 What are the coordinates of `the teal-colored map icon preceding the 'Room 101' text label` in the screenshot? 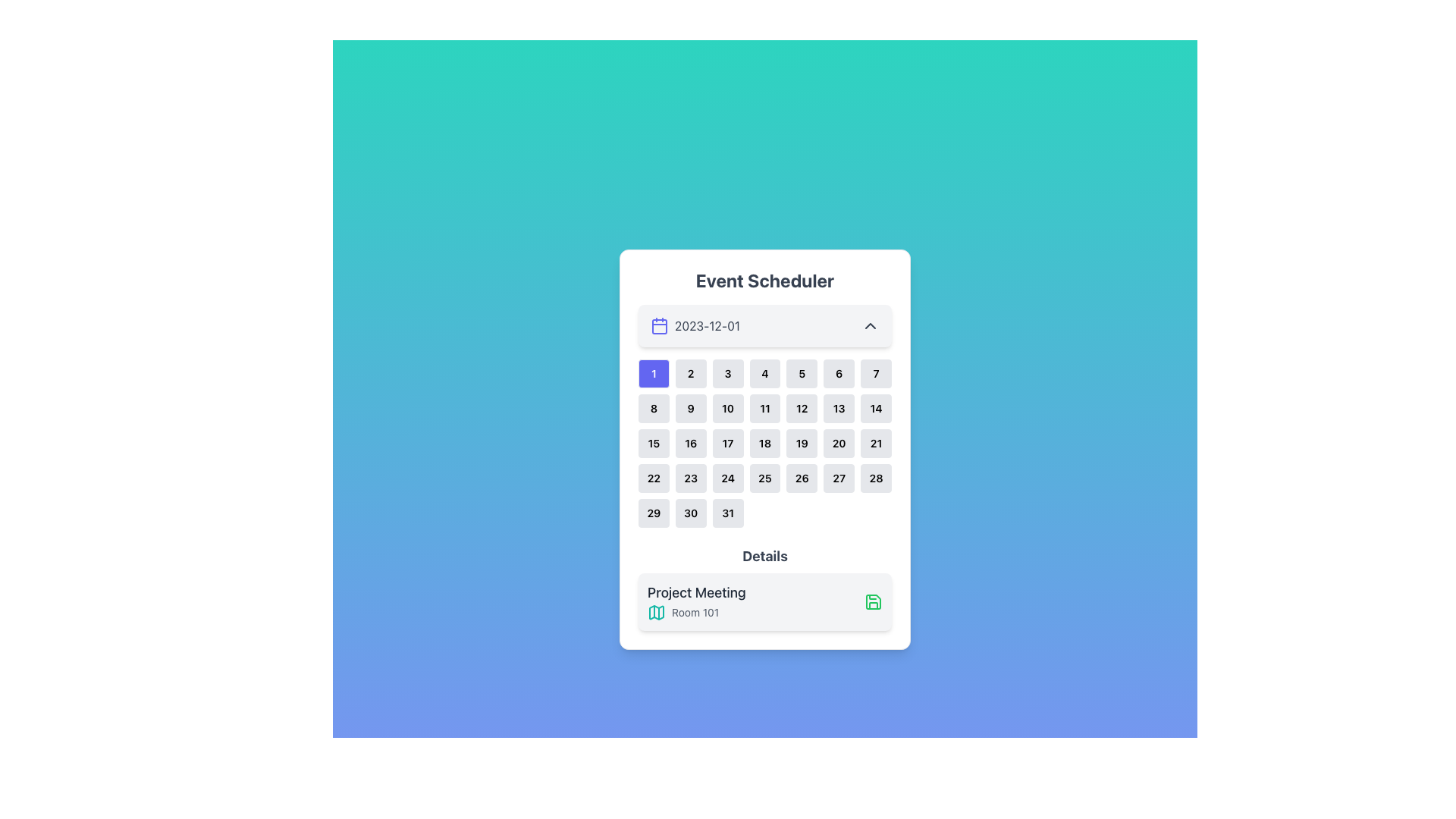 It's located at (695, 611).